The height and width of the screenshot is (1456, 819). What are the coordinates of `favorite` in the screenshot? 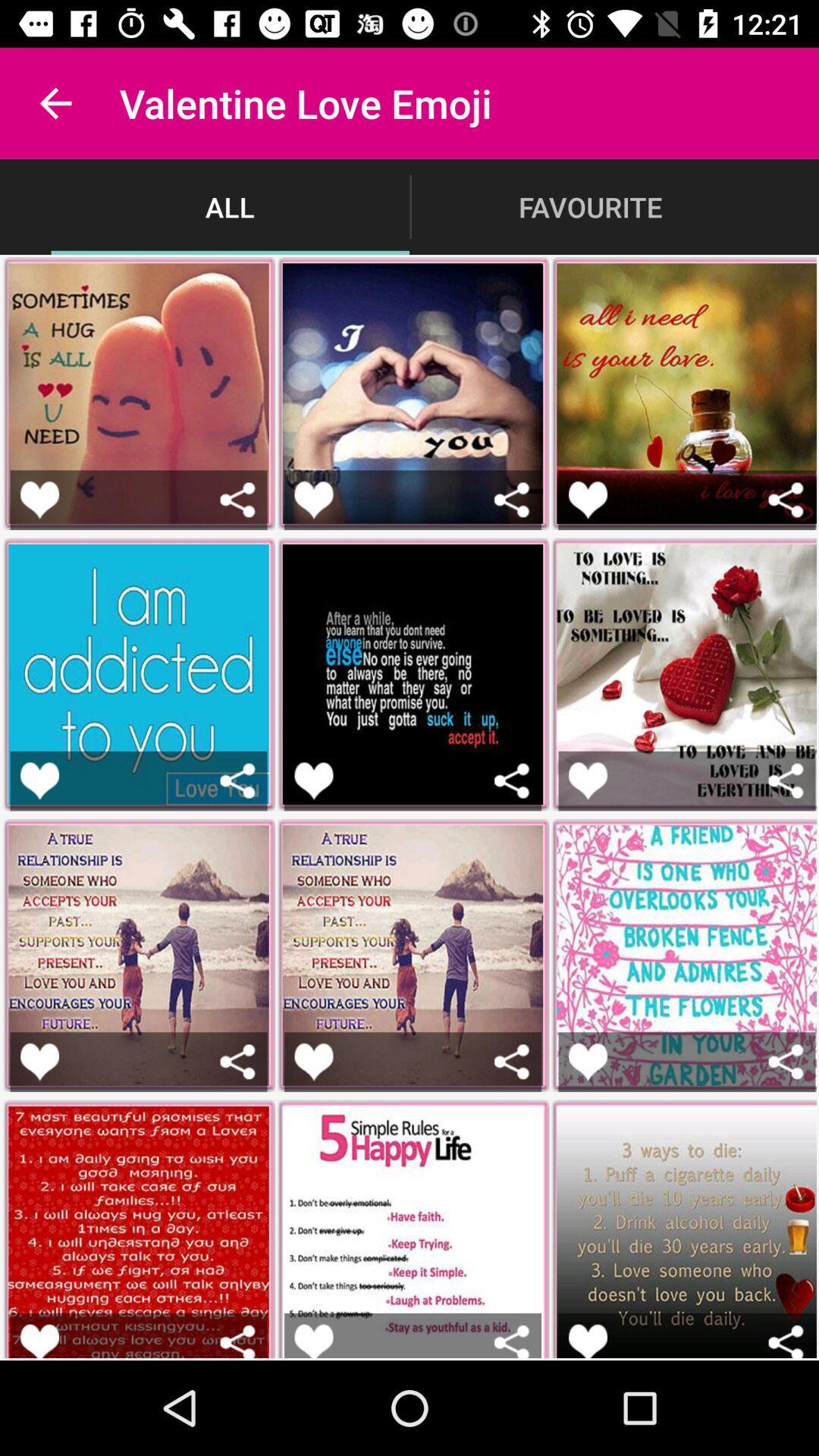 It's located at (587, 780).